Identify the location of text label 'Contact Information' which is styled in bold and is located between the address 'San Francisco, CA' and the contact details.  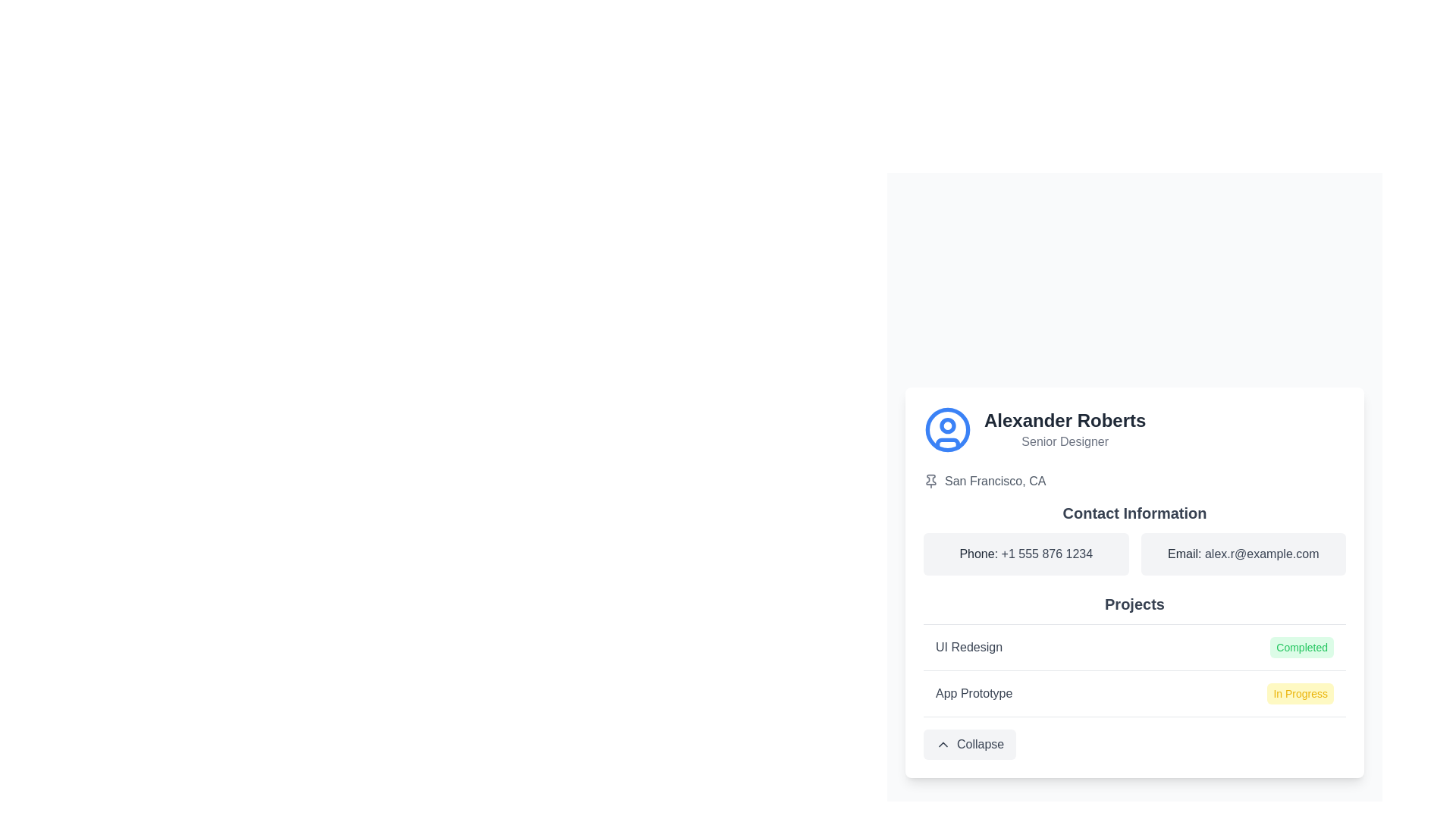
(1134, 512).